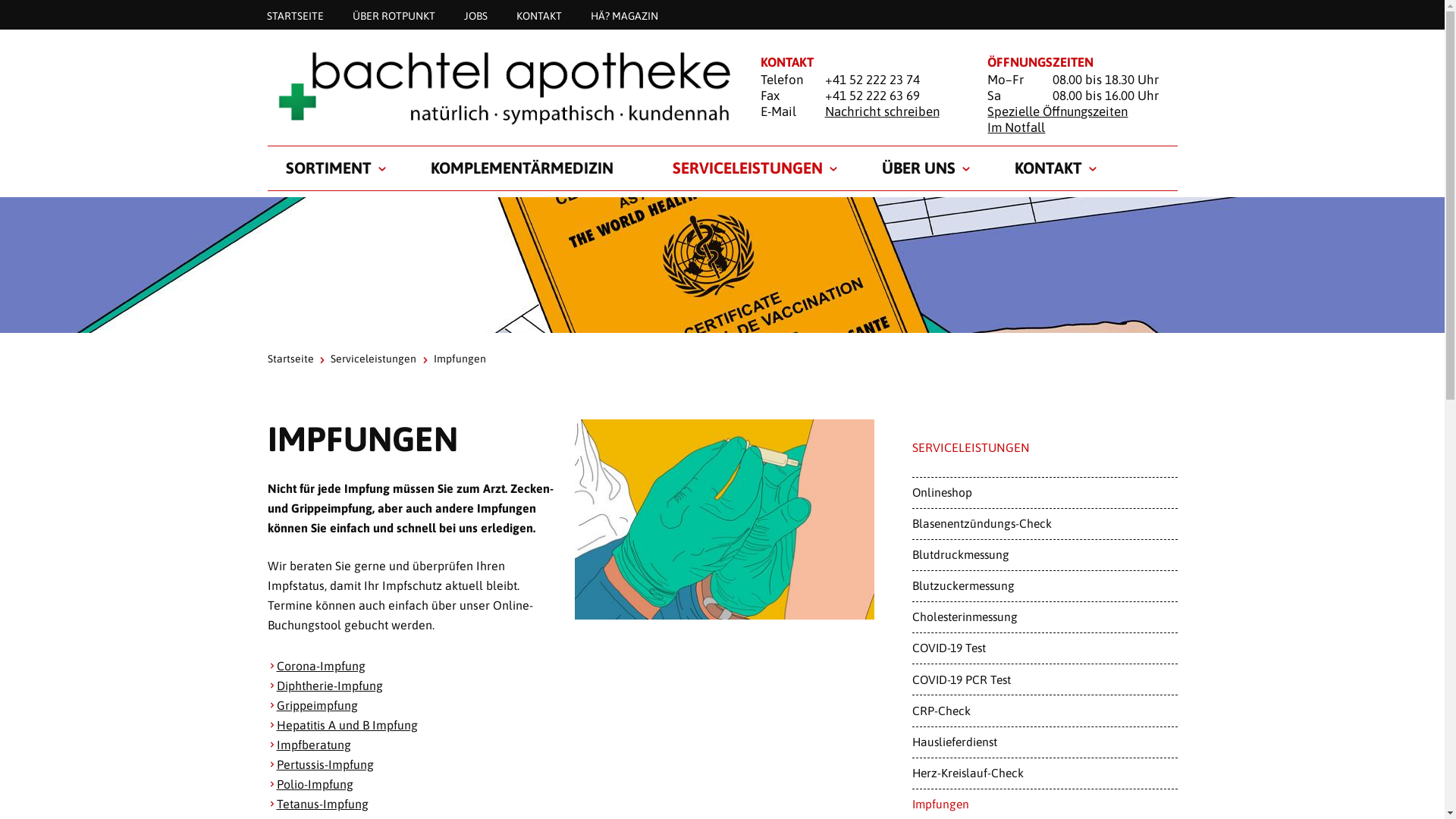  I want to click on 'Grippeimpfung', so click(276, 704).